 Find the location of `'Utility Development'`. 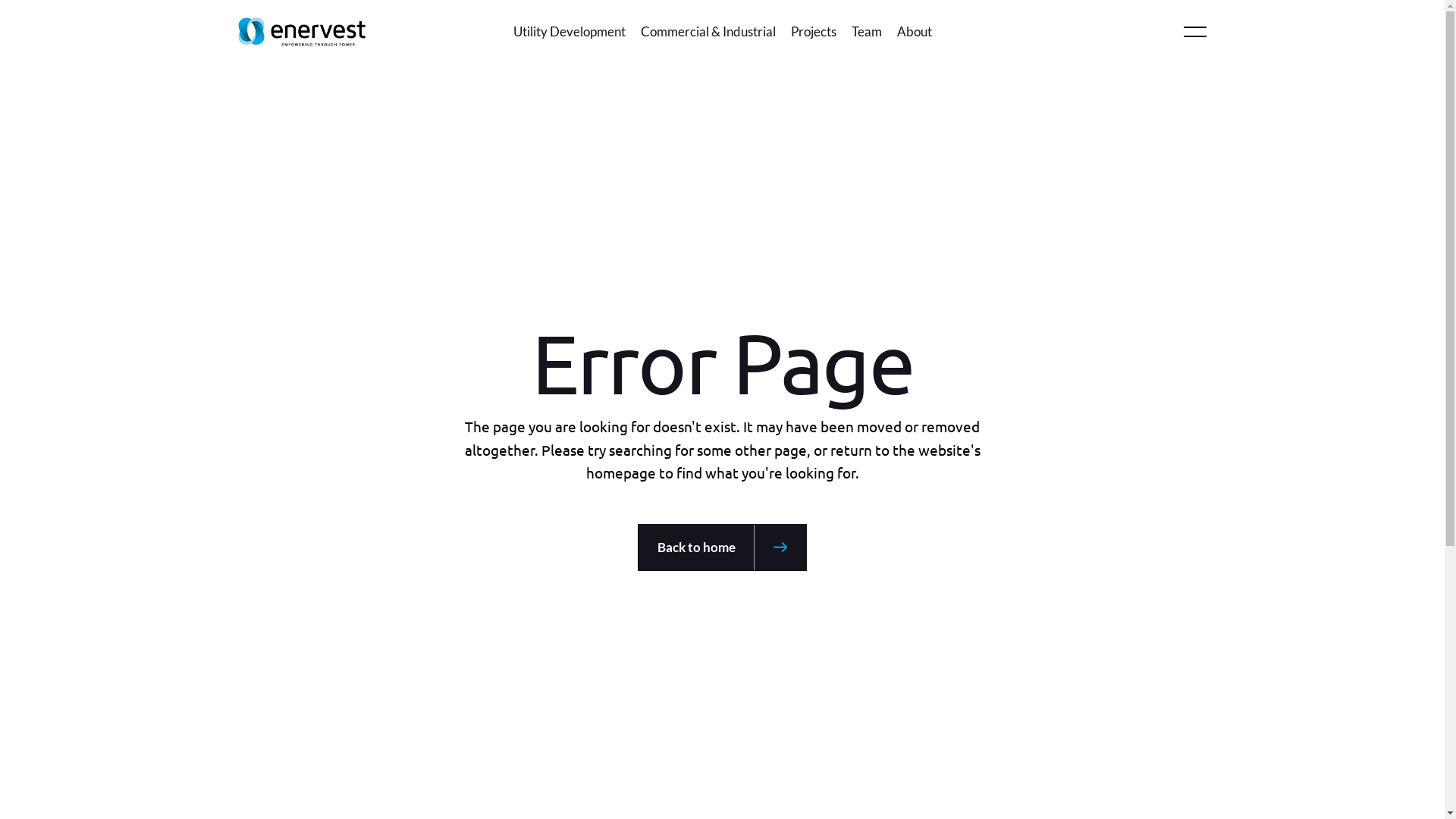

'Utility Development' is located at coordinates (513, 32).